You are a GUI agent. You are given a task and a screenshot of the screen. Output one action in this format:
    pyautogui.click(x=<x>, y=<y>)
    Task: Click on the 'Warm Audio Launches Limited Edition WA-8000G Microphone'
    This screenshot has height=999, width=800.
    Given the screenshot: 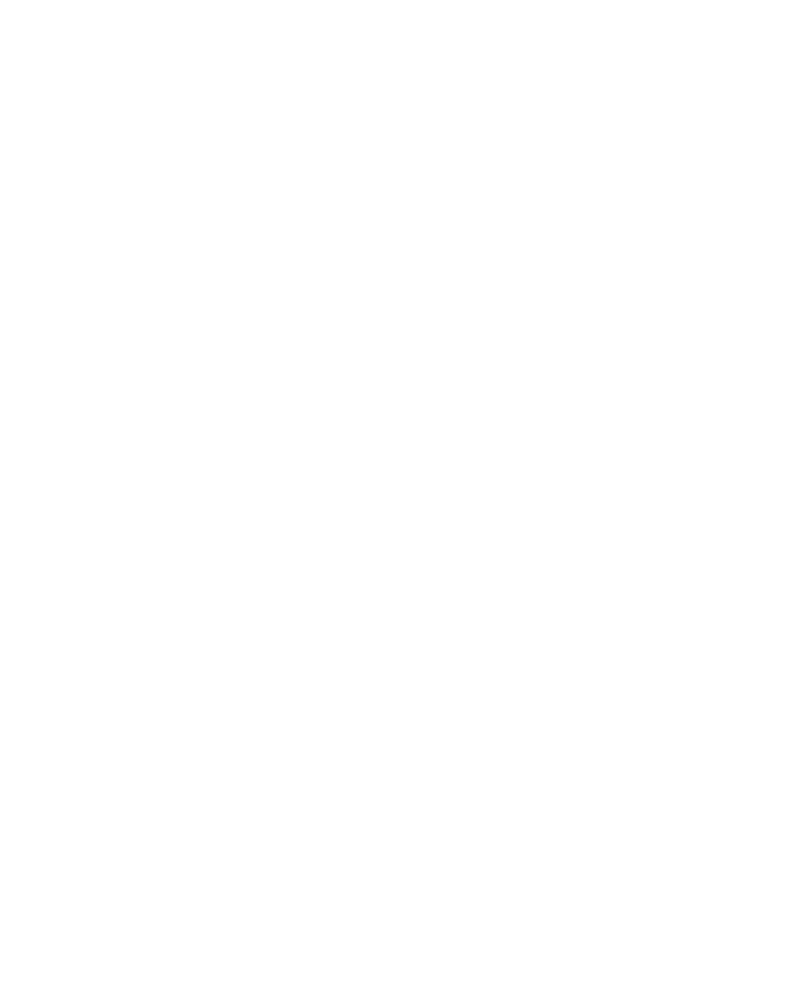 What is the action you would take?
    pyautogui.click(x=330, y=899)
    